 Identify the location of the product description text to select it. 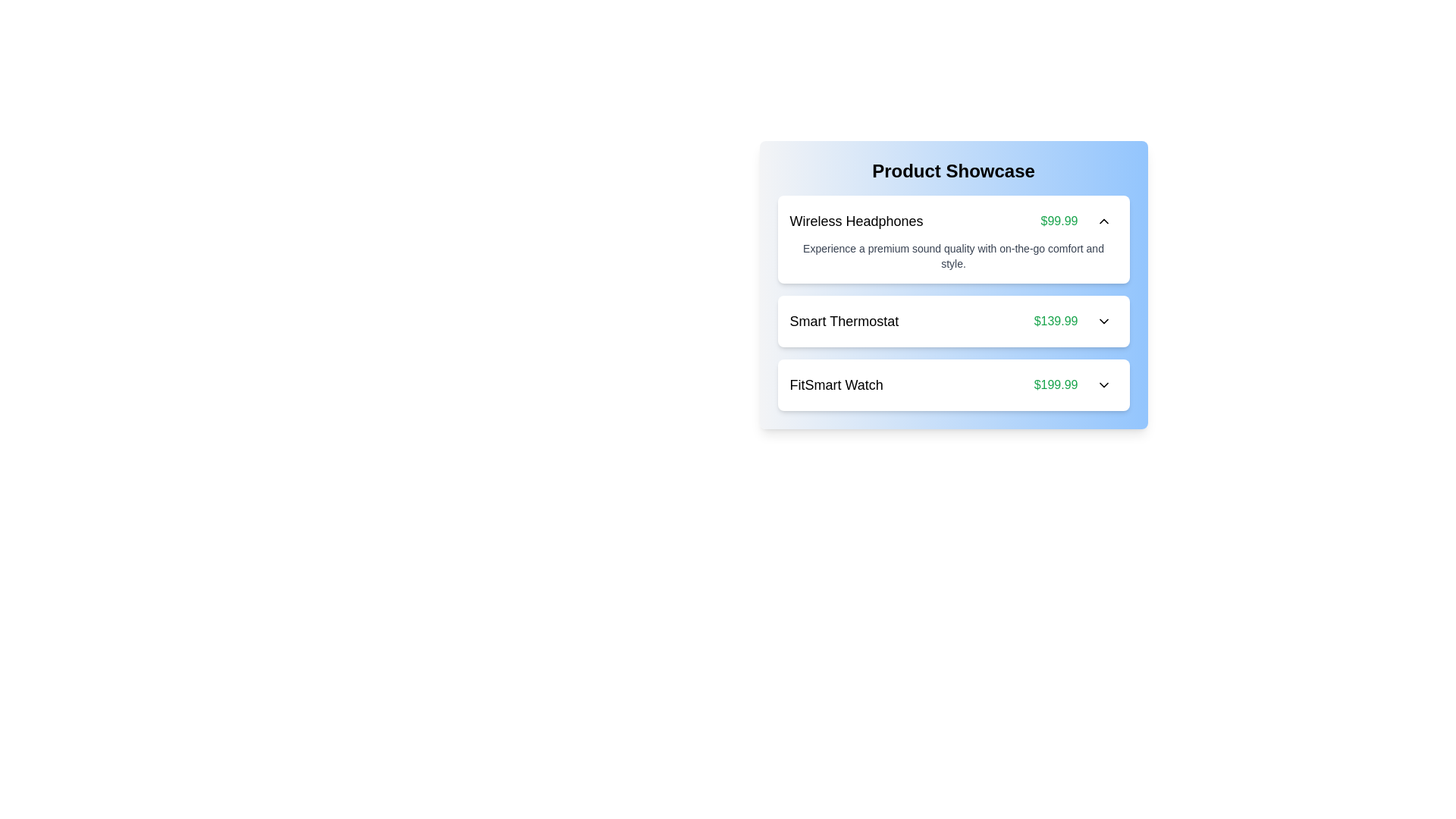
(952, 256).